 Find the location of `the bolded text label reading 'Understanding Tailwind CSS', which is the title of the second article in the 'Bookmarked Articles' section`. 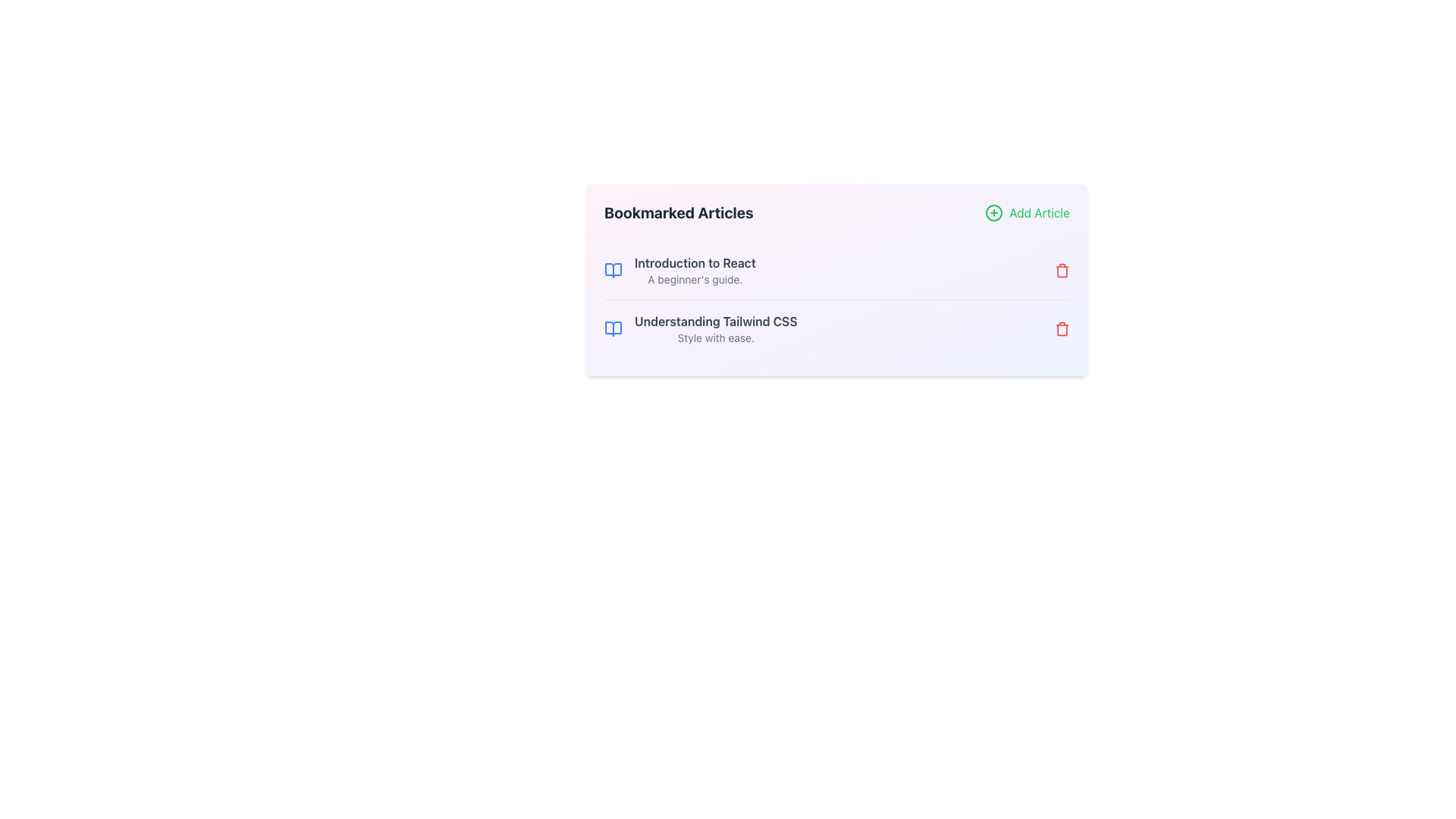

the bolded text label reading 'Understanding Tailwind CSS', which is the title of the second article in the 'Bookmarked Articles' section is located at coordinates (715, 321).